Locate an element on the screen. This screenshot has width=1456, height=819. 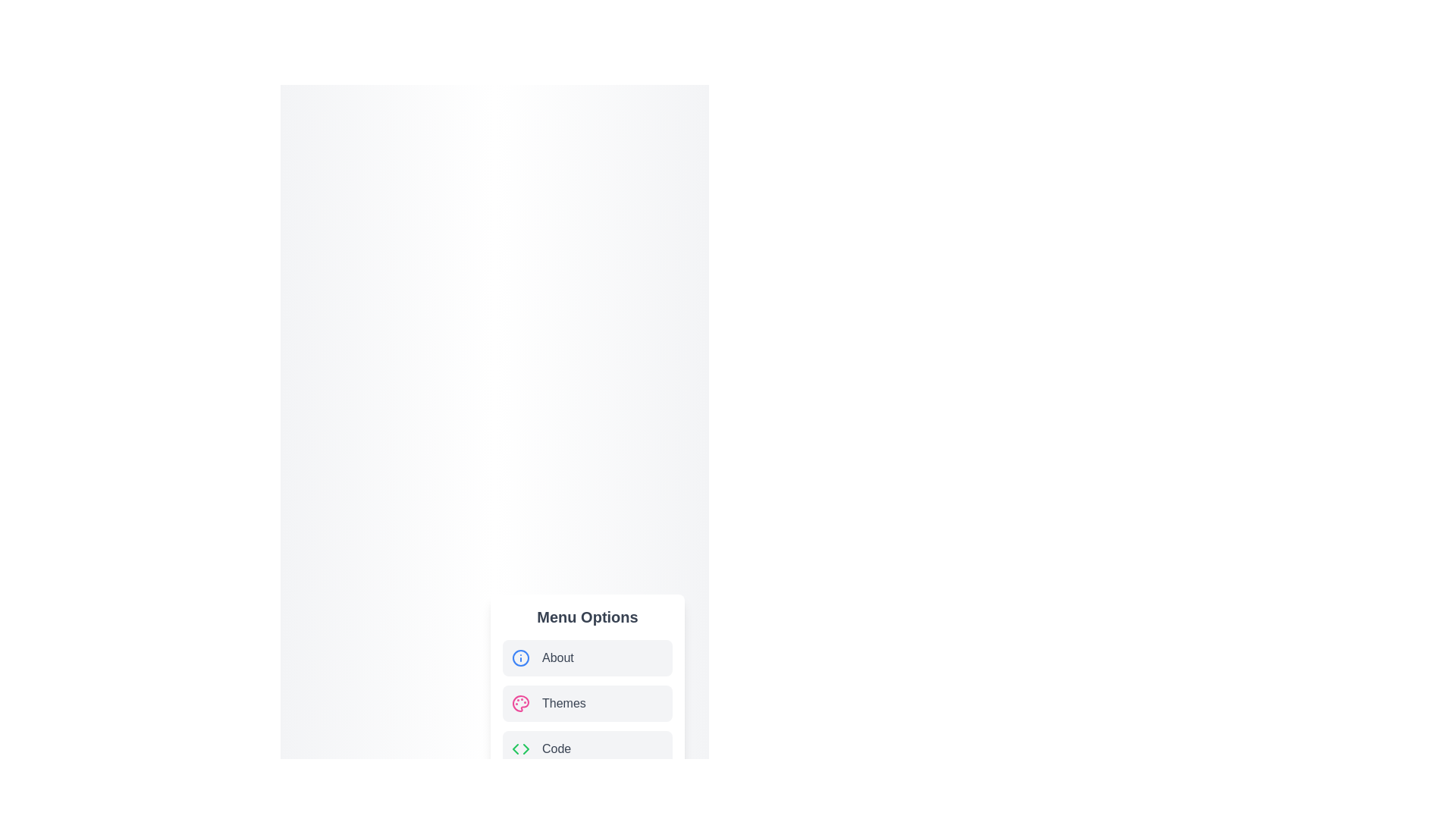
the circular icon with a blue border and white fill located within the 'About' menu section of the SVG graphic is located at coordinates (520, 657).